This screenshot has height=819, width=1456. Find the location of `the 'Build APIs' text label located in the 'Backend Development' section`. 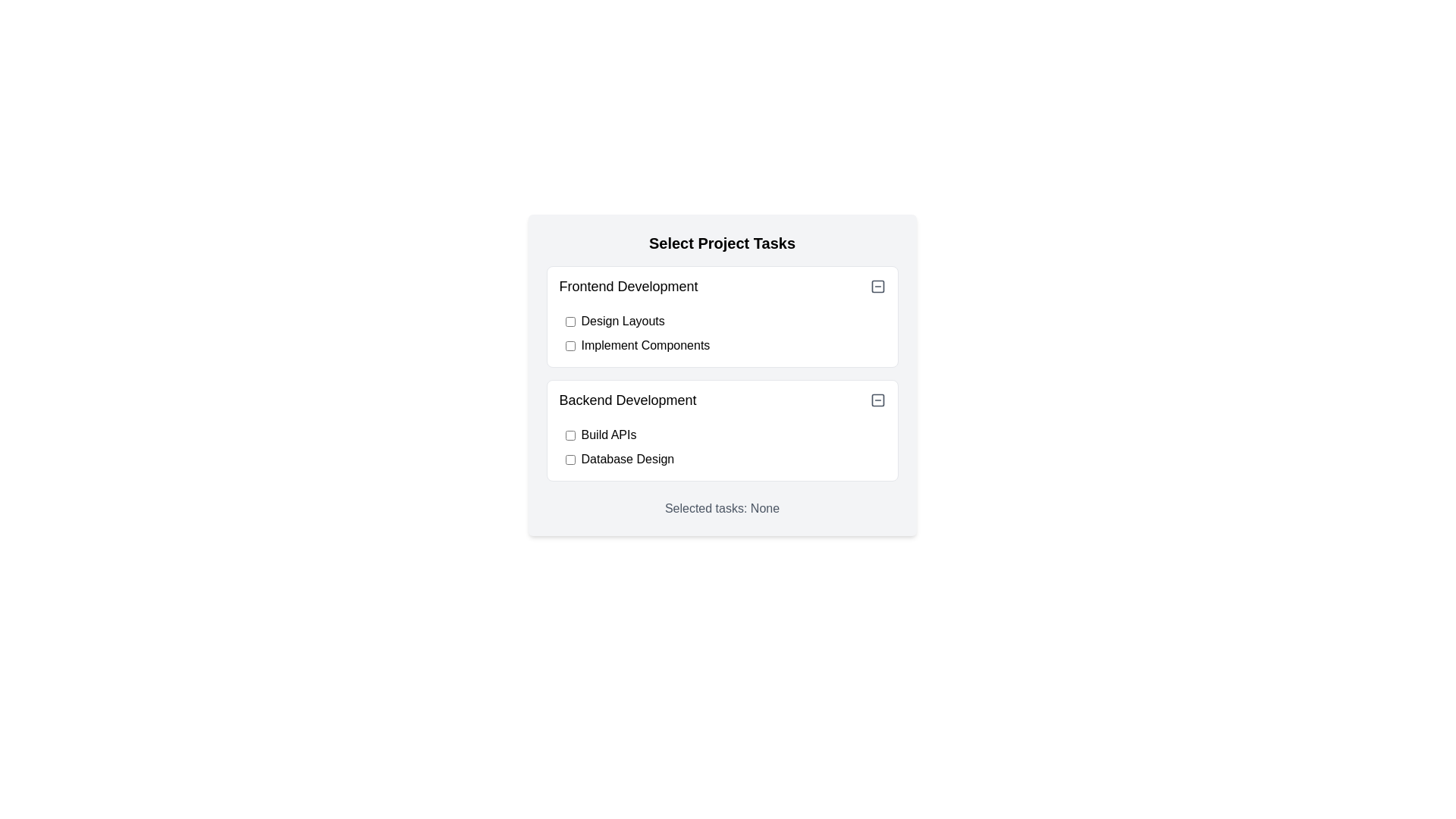

the 'Build APIs' text label located in the 'Backend Development' section is located at coordinates (608, 435).